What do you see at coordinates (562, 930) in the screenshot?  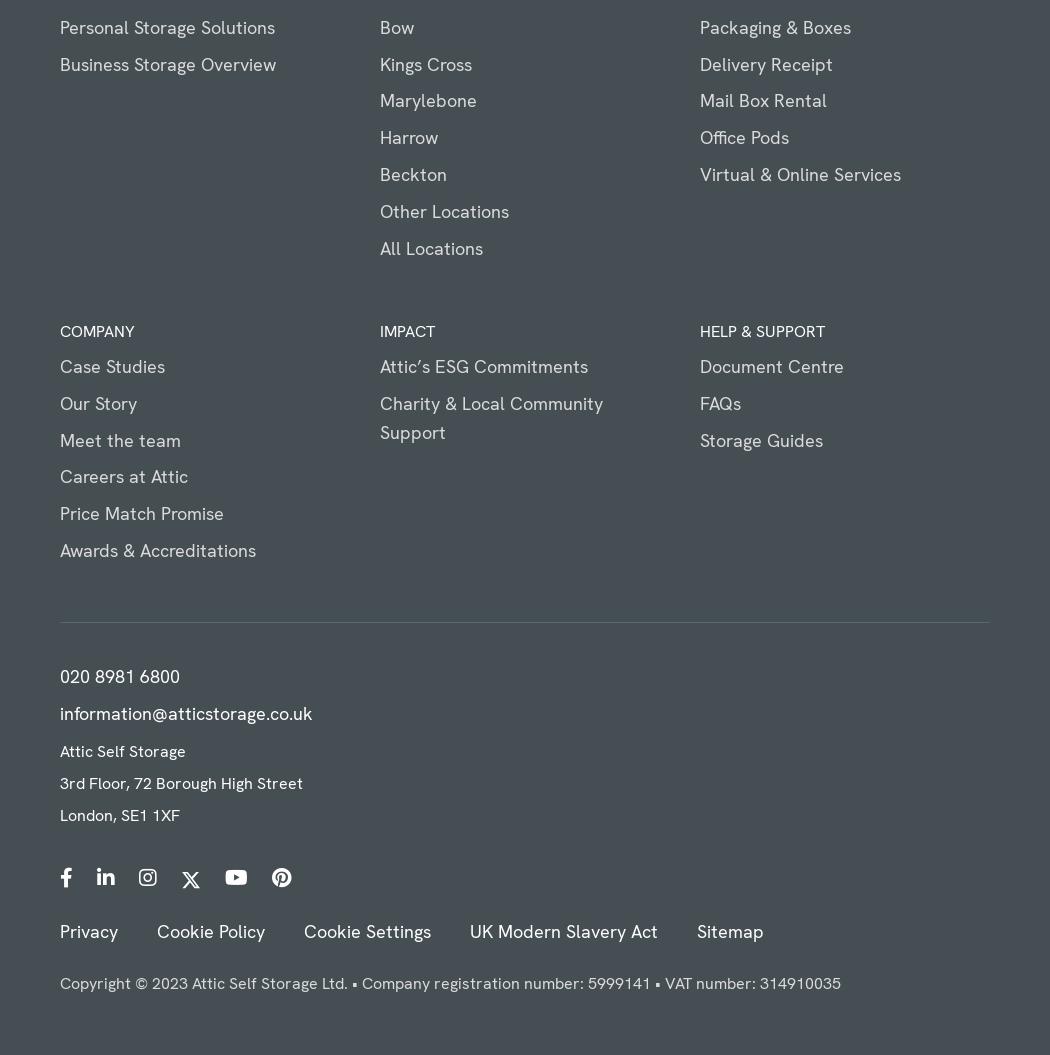 I see `'UK Modern Slavery Act'` at bounding box center [562, 930].